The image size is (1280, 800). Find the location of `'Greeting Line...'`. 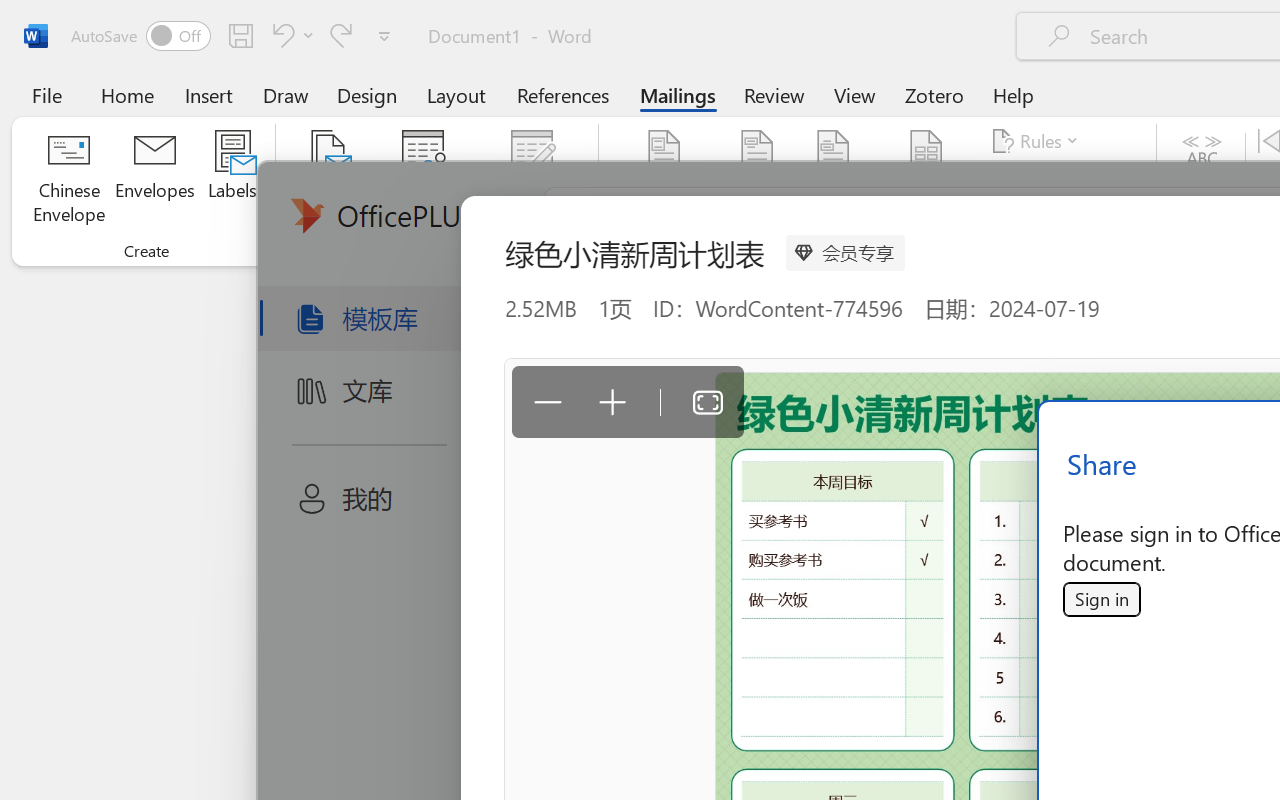

'Greeting Line...' is located at coordinates (833, 179).